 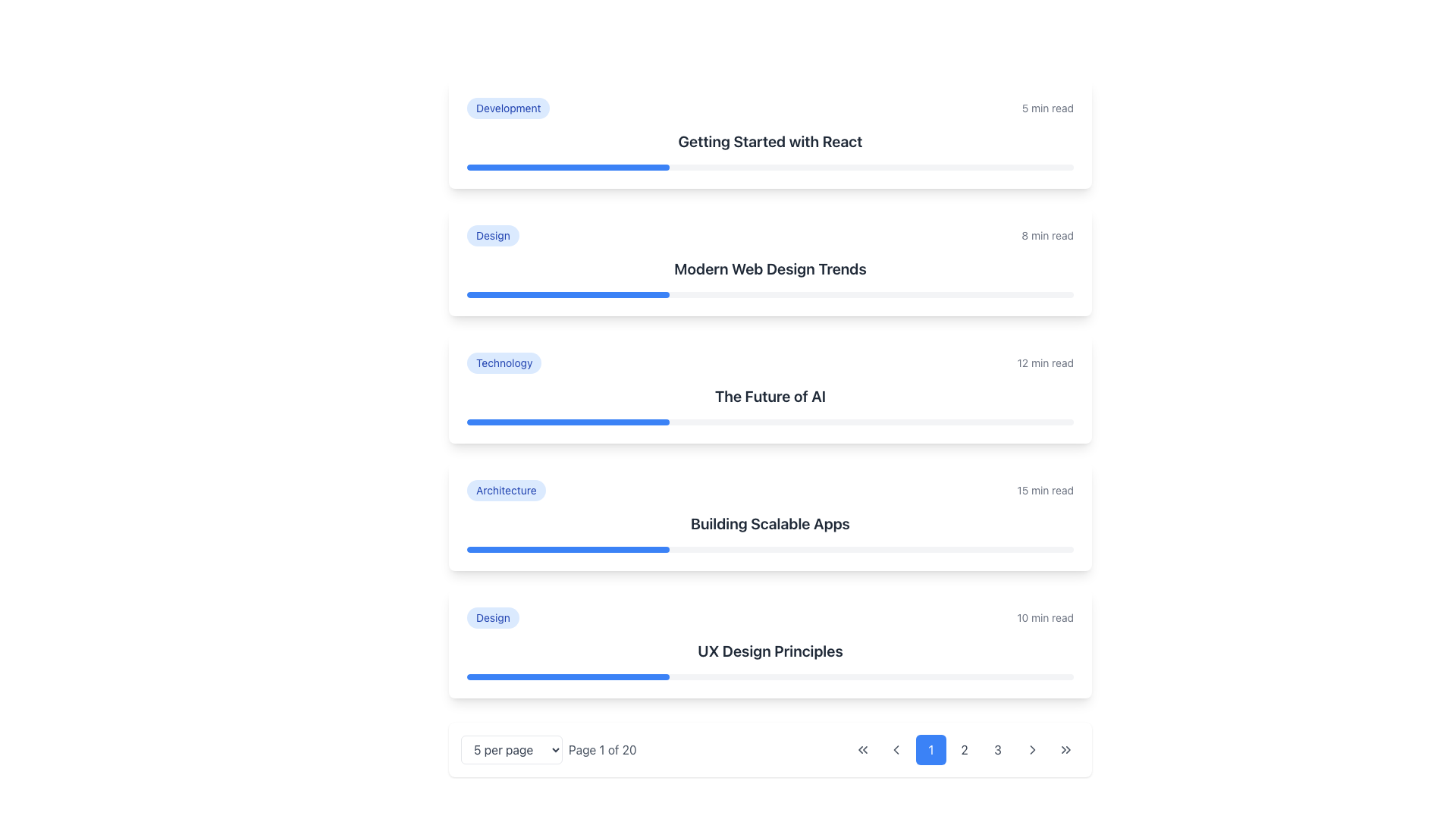 I want to click on the pagination button located at the bottom of the interface, which is the fourth button from the left, to observe the background color change, so click(x=1032, y=748).